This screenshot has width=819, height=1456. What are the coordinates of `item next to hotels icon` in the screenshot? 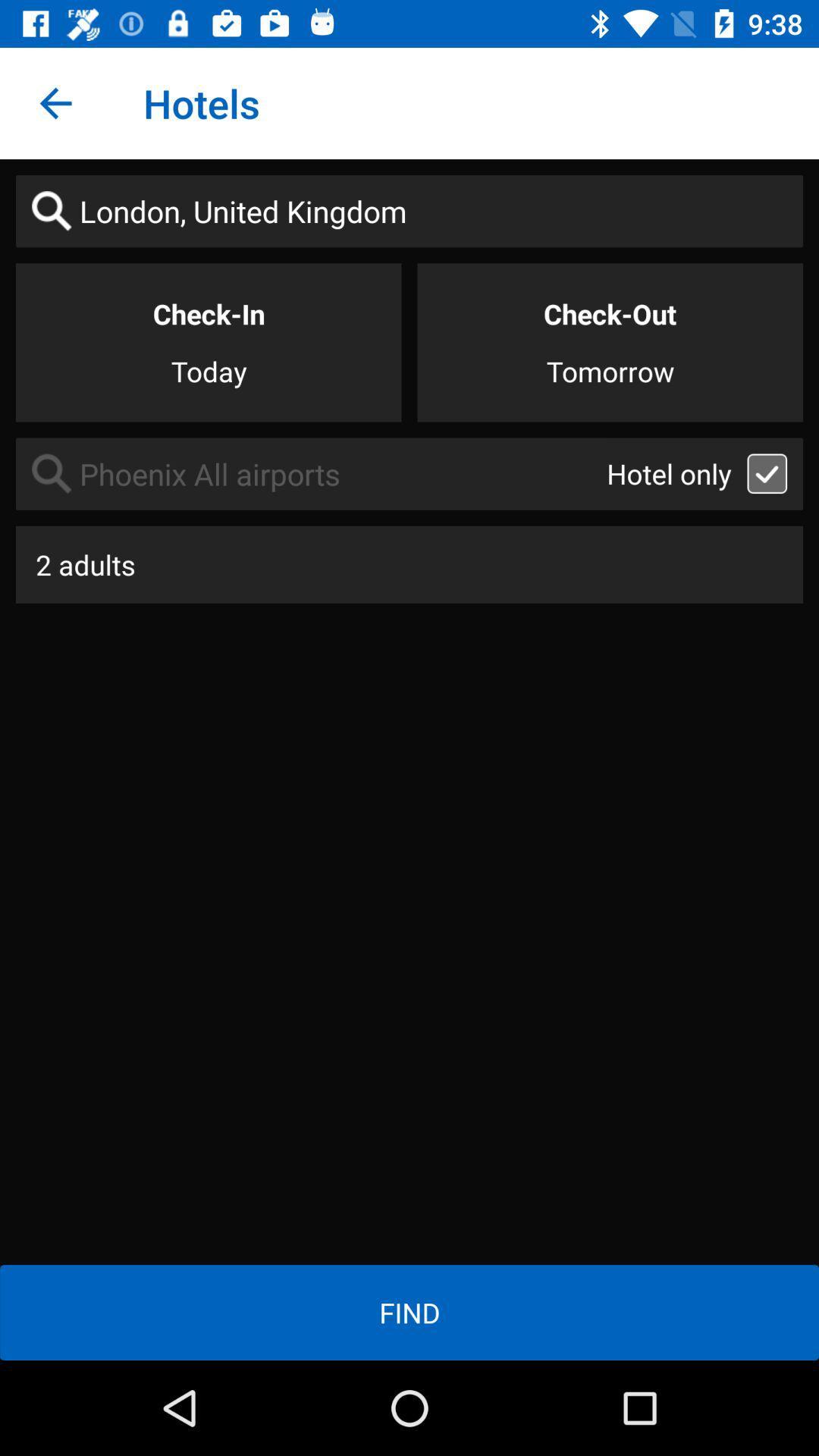 It's located at (55, 102).